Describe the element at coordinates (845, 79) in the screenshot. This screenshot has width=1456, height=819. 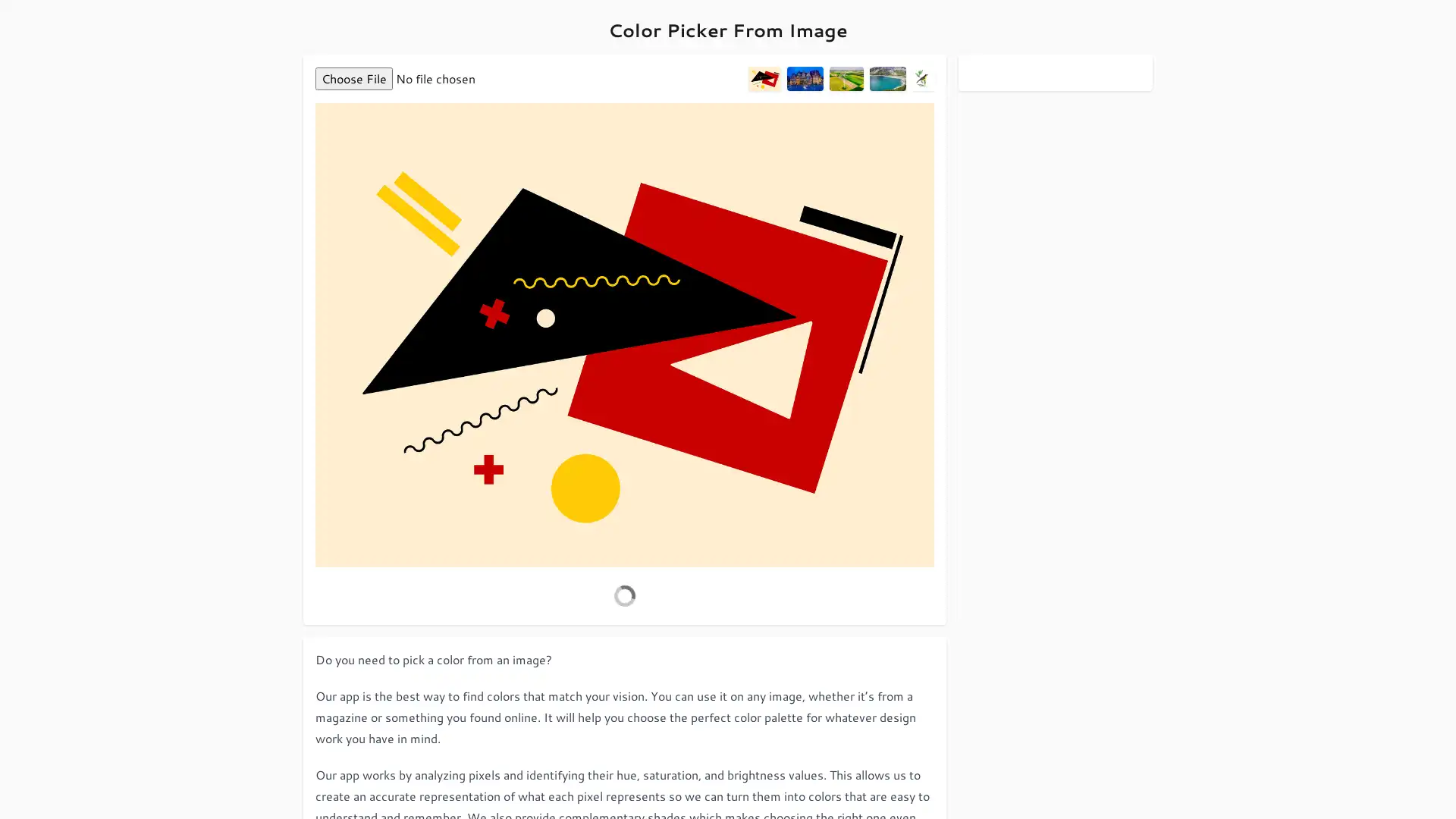
I see `example image` at that location.